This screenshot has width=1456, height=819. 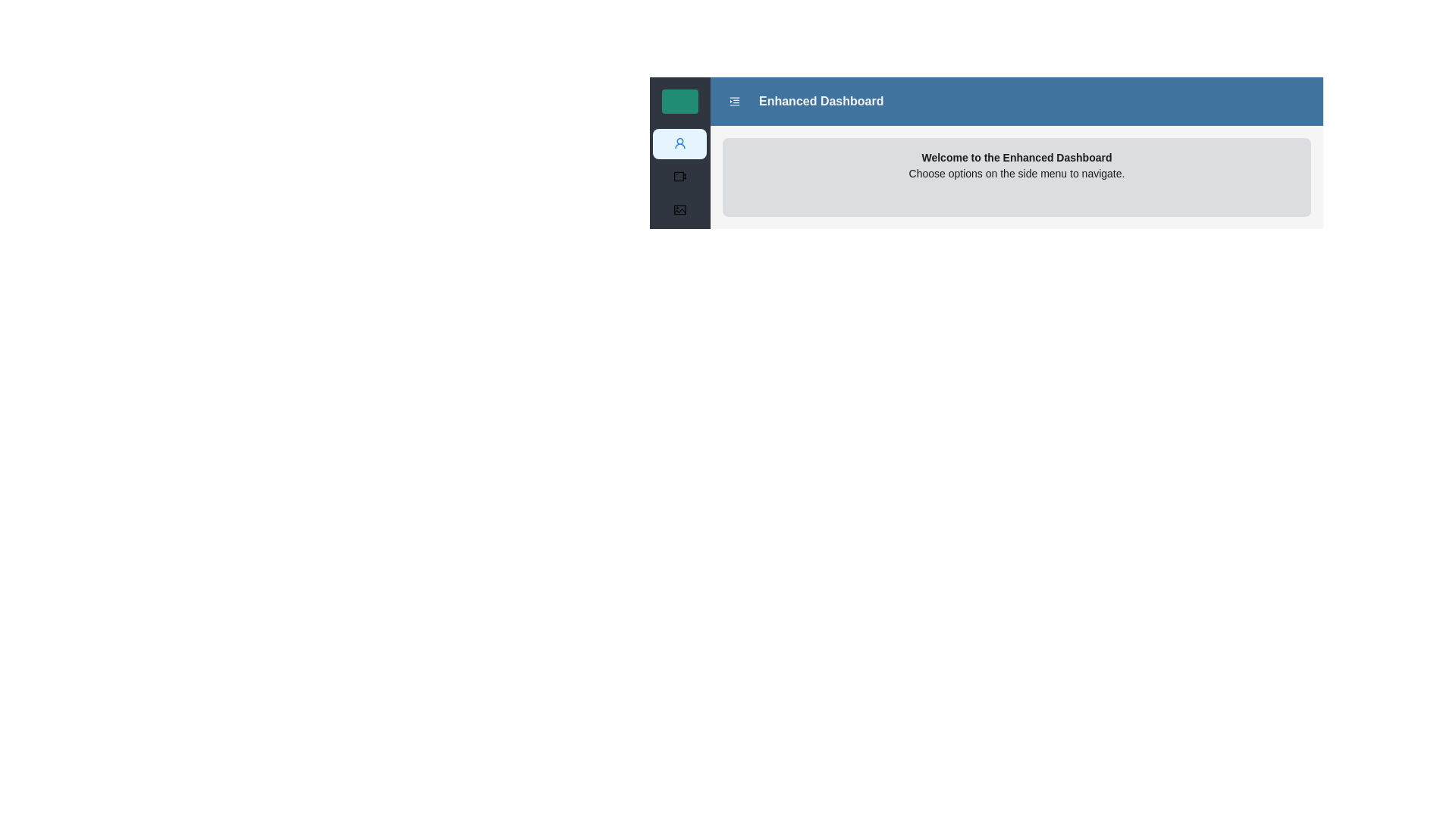 I want to click on the 'Videos' menu icon, which is located to the left of the word 'Videos' in the vertical menu on the left side of the interface, so click(x=679, y=175).